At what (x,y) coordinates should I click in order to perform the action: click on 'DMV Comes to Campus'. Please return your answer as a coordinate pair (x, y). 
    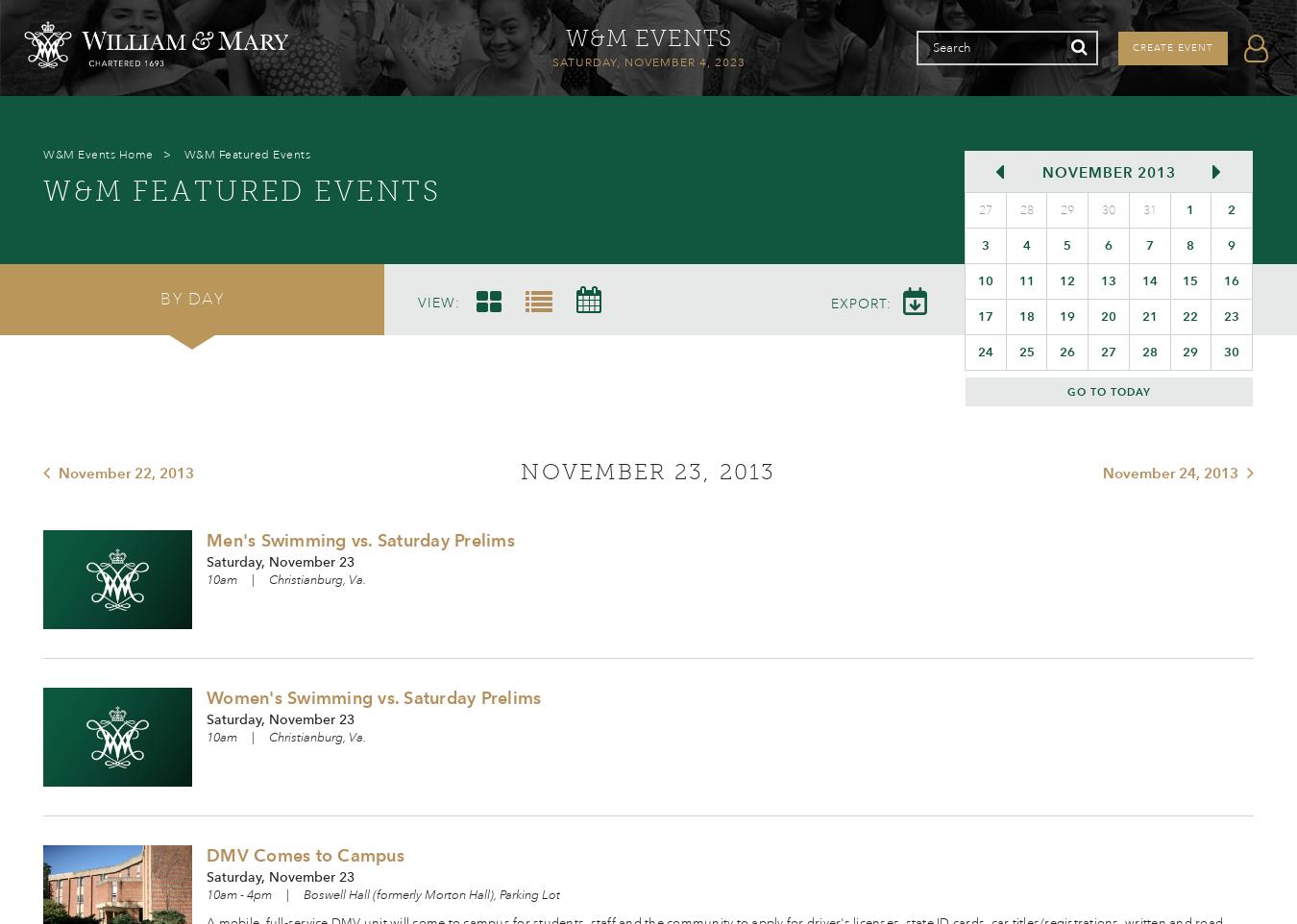
    Looking at the image, I should click on (304, 854).